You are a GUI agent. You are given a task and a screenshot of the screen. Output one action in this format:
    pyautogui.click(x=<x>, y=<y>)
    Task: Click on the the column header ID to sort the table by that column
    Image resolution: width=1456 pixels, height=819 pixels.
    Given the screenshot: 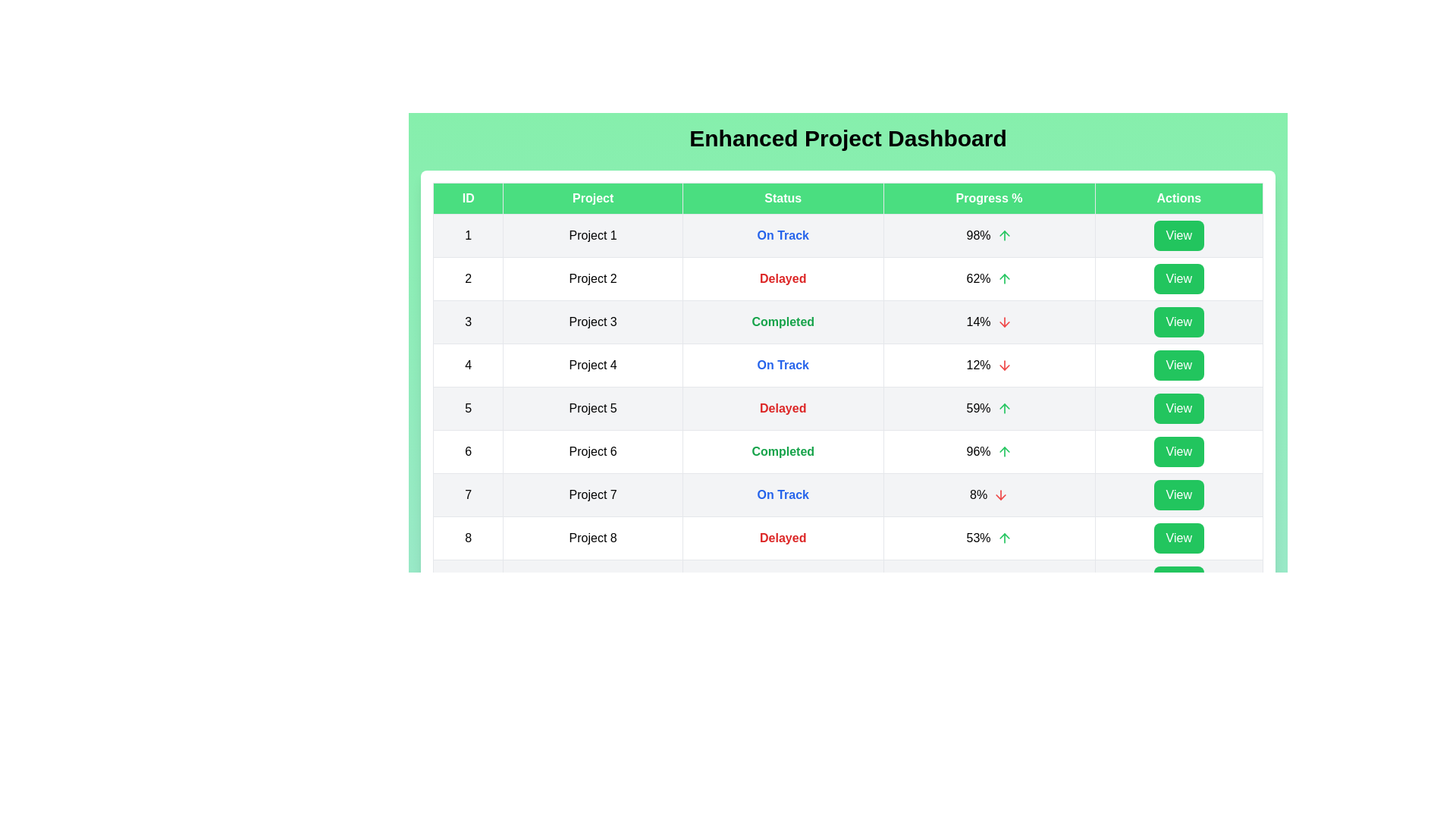 What is the action you would take?
    pyautogui.click(x=467, y=198)
    